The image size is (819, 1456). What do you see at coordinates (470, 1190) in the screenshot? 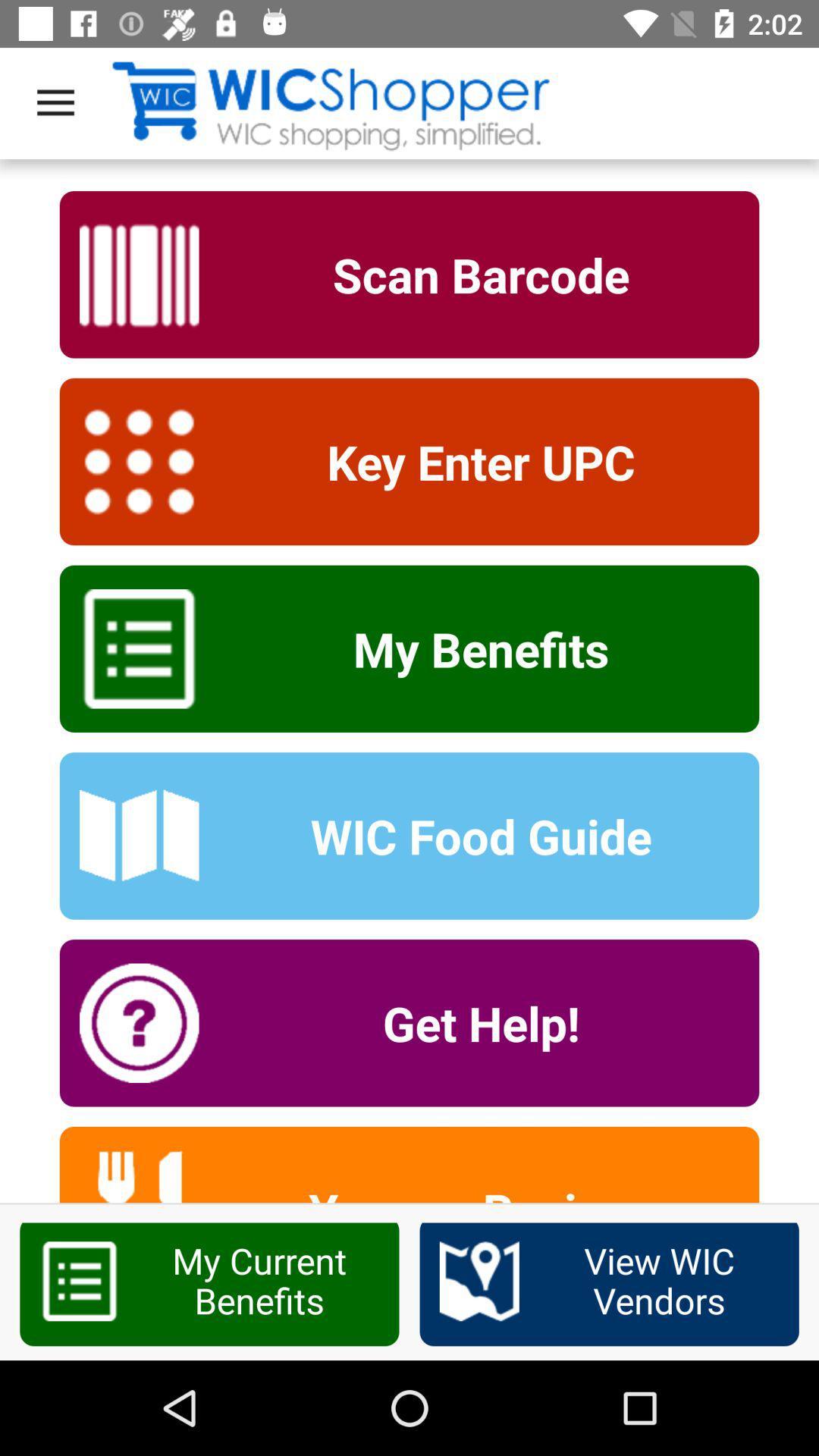
I see `the yummy recipes icon` at bounding box center [470, 1190].